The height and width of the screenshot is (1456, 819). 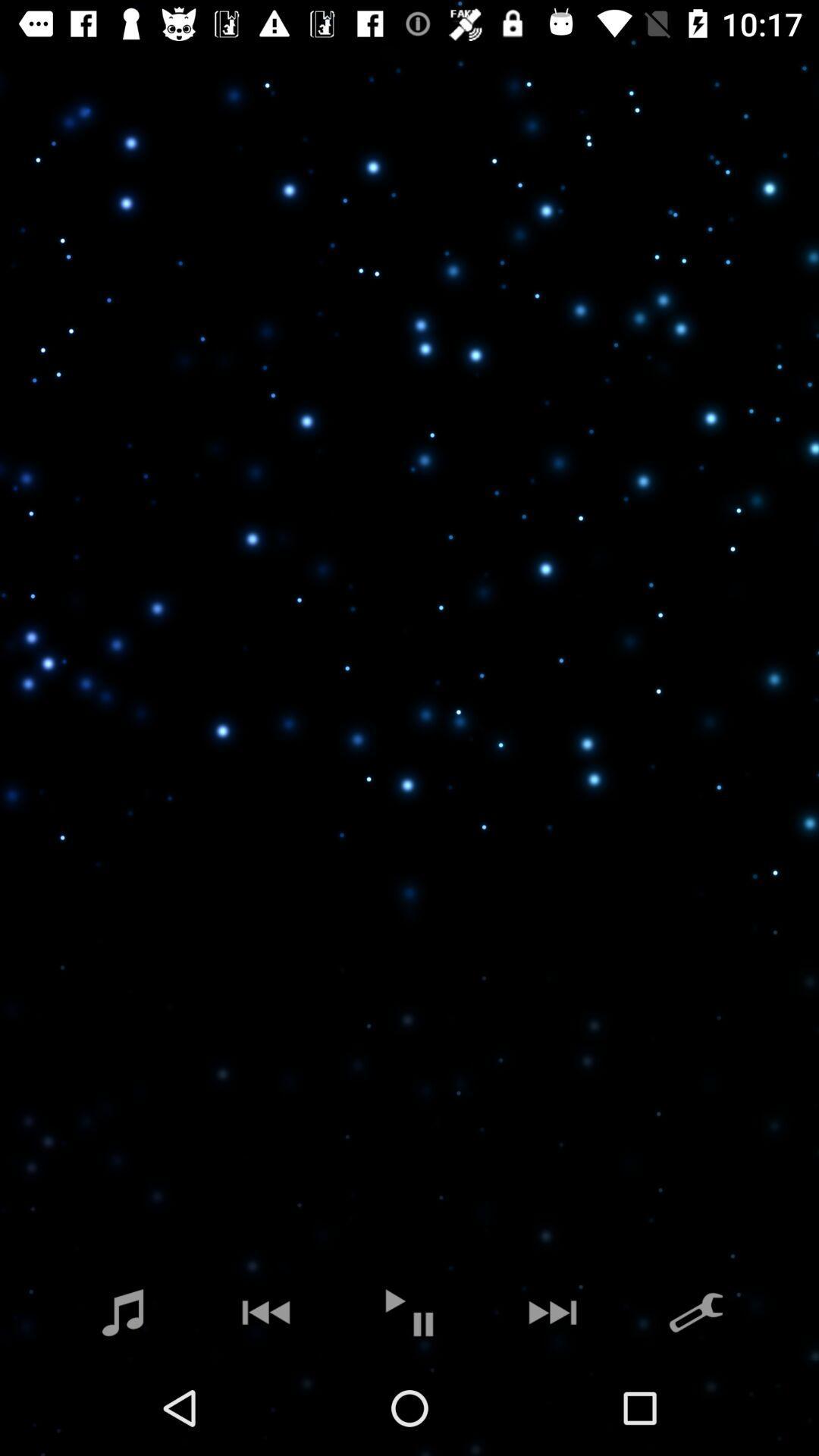 What do you see at coordinates (696, 1312) in the screenshot?
I see `the build icon` at bounding box center [696, 1312].